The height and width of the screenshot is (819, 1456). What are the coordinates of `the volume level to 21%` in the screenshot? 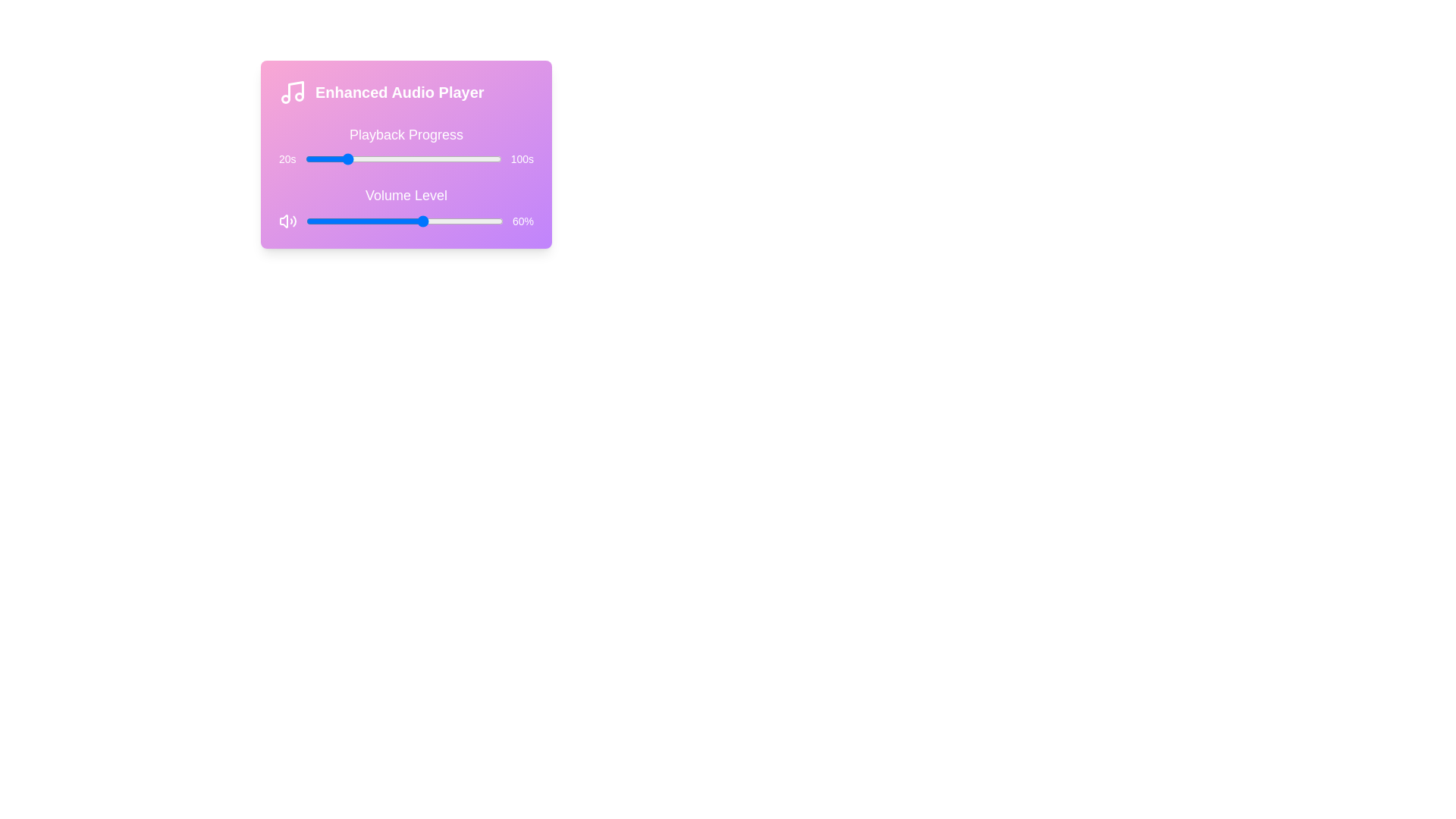 It's located at (347, 221).